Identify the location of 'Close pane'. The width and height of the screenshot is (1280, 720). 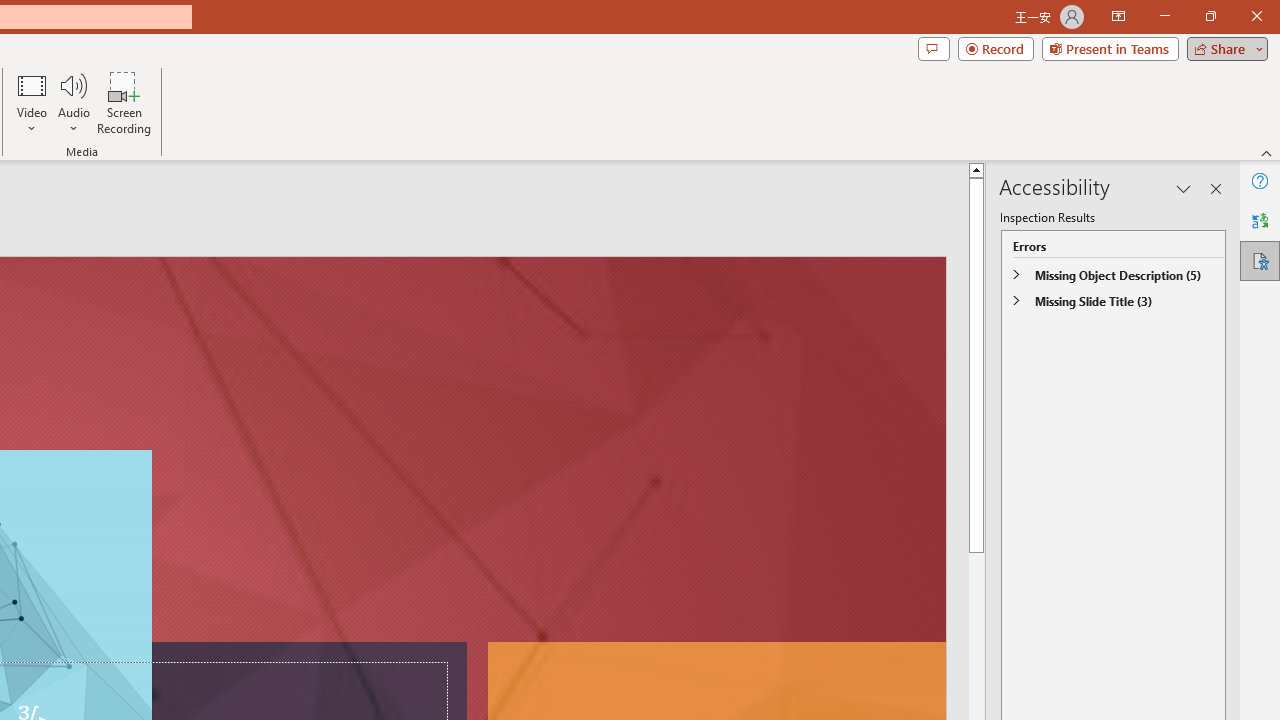
(1215, 189).